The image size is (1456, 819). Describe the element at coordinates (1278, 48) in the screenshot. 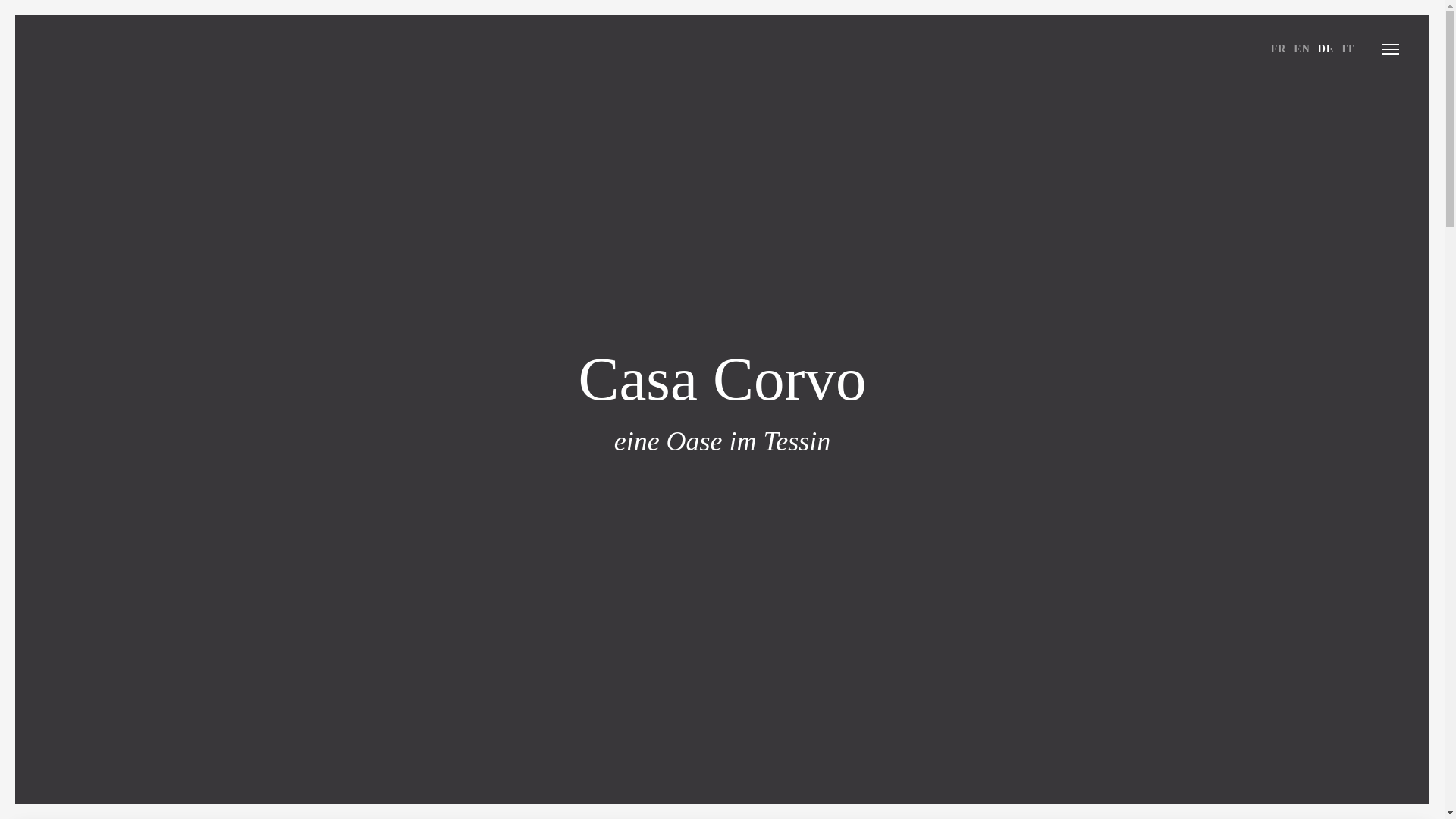

I see `'FR'` at that location.